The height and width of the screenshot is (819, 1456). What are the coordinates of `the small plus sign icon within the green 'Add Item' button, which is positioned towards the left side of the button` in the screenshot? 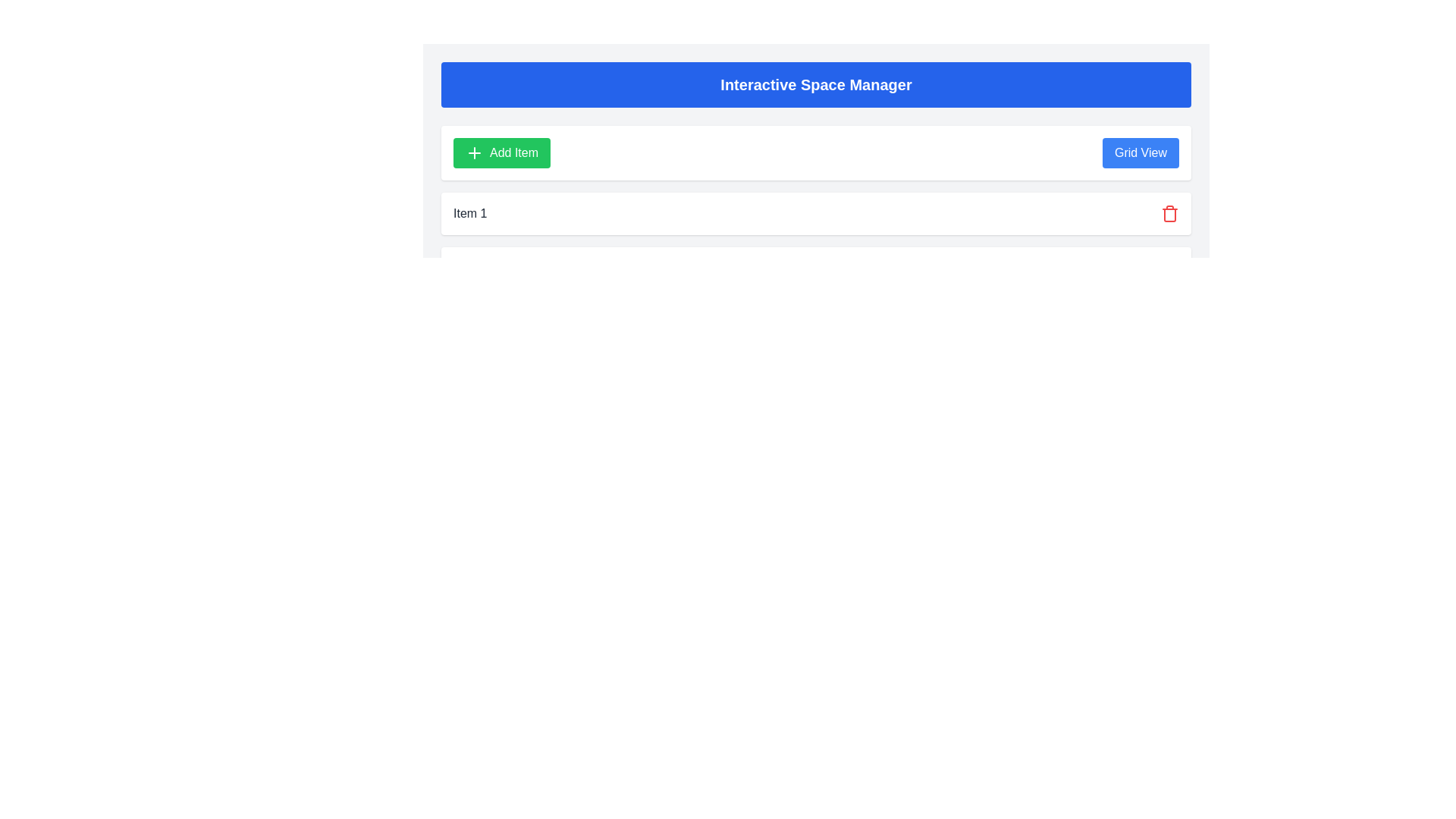 It's located at (473, 152).